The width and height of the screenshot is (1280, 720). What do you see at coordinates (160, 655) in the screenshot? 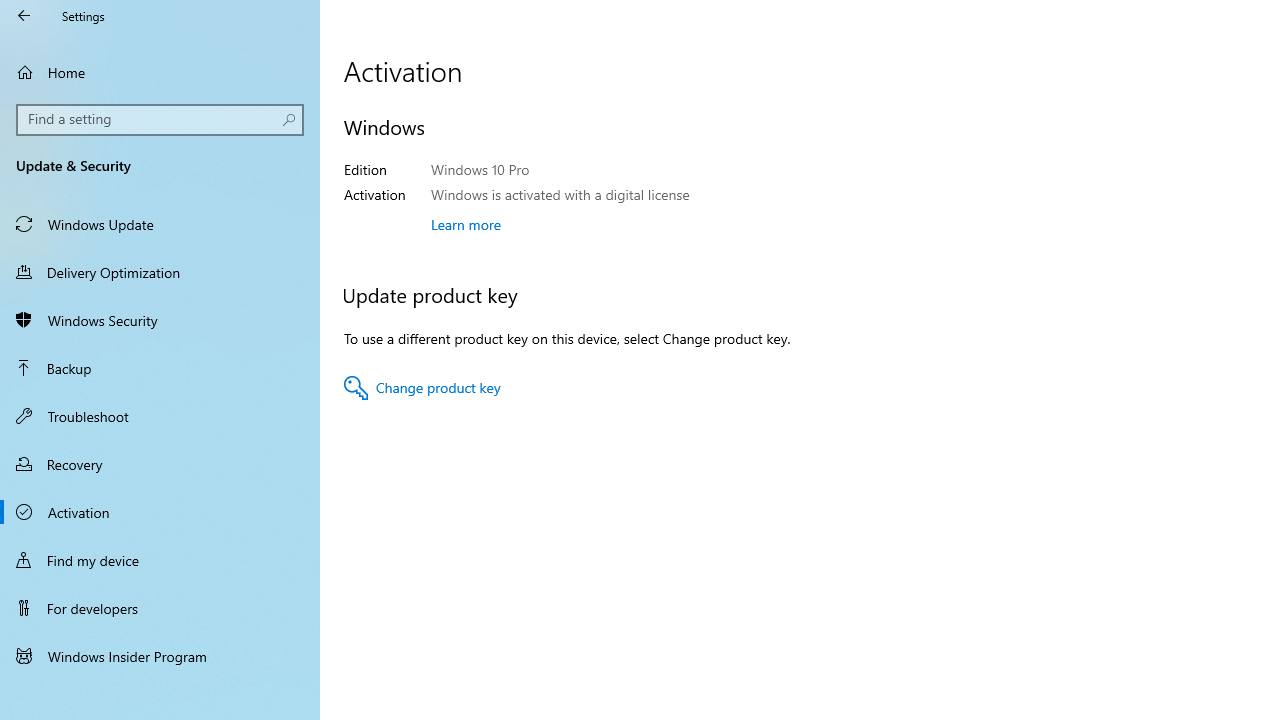
I see `'Windows Insider Program'` at bounding box center [160, 655].